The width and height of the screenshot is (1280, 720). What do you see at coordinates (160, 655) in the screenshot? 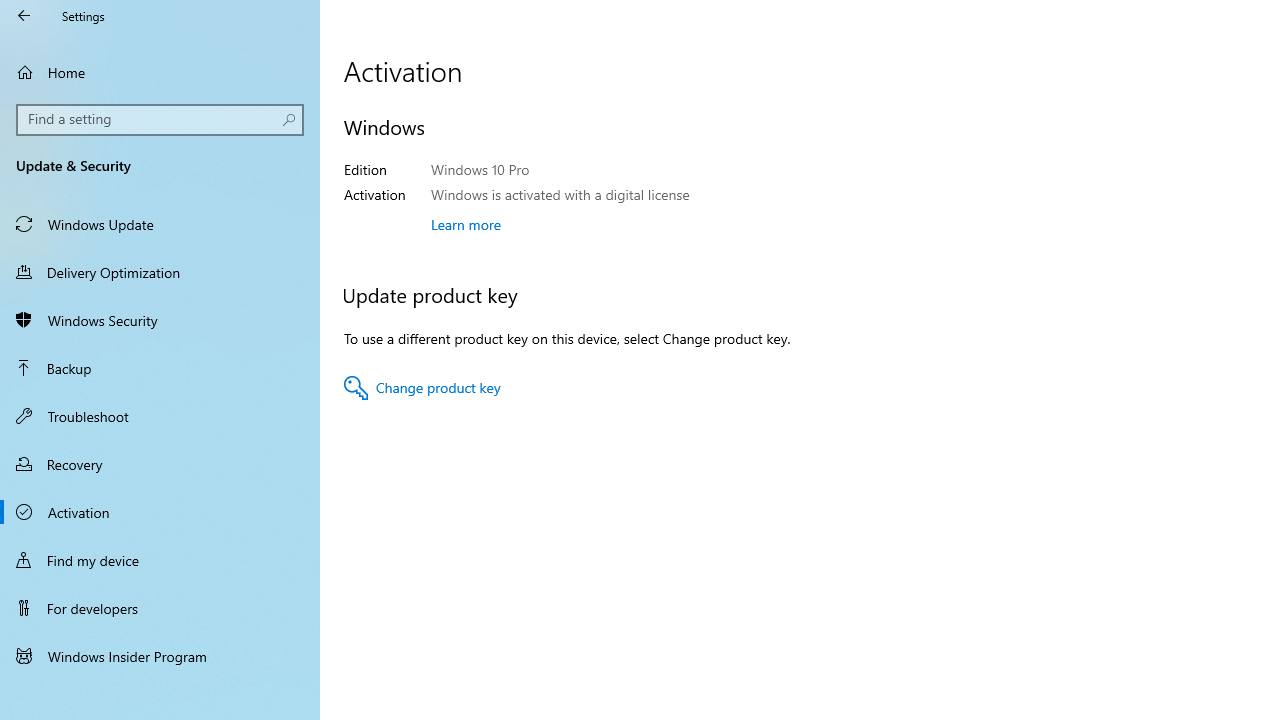
I see `'Windows Insider Program'` at bounding box center [160, 655].